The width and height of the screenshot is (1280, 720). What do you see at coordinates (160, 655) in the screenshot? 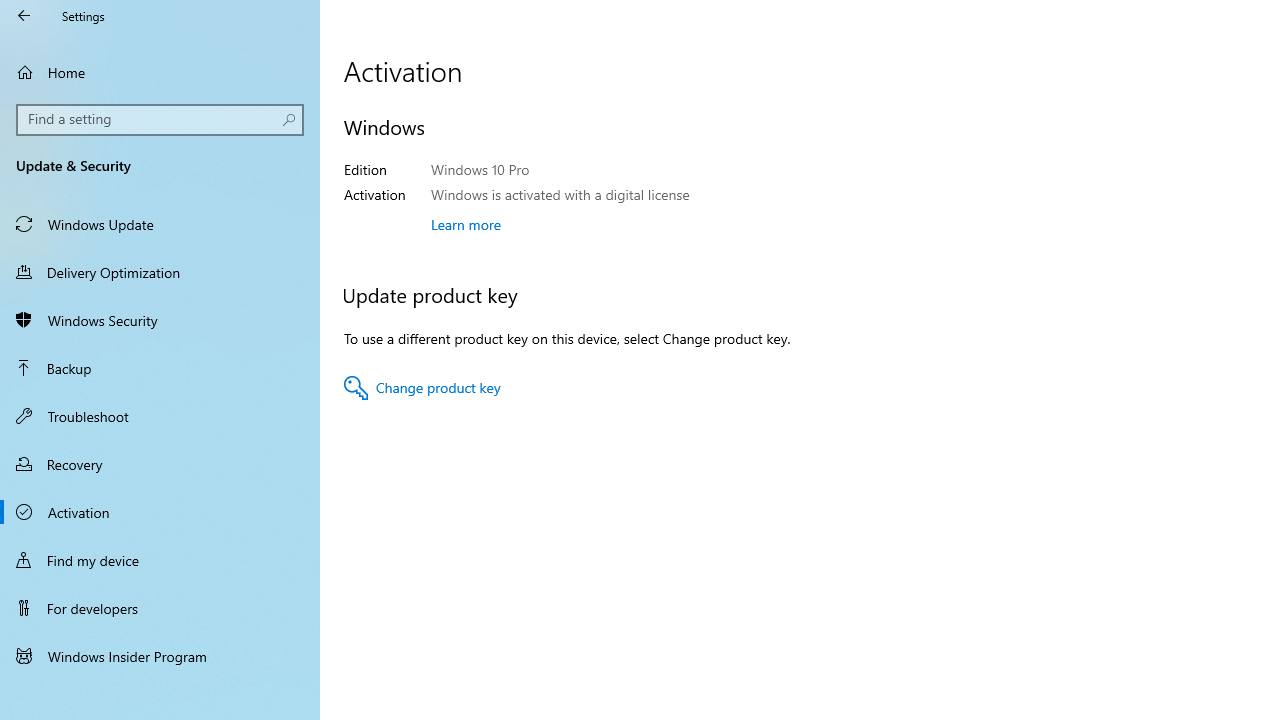
I see `'Windows Insider Program'` at bounding box center [160, 655].